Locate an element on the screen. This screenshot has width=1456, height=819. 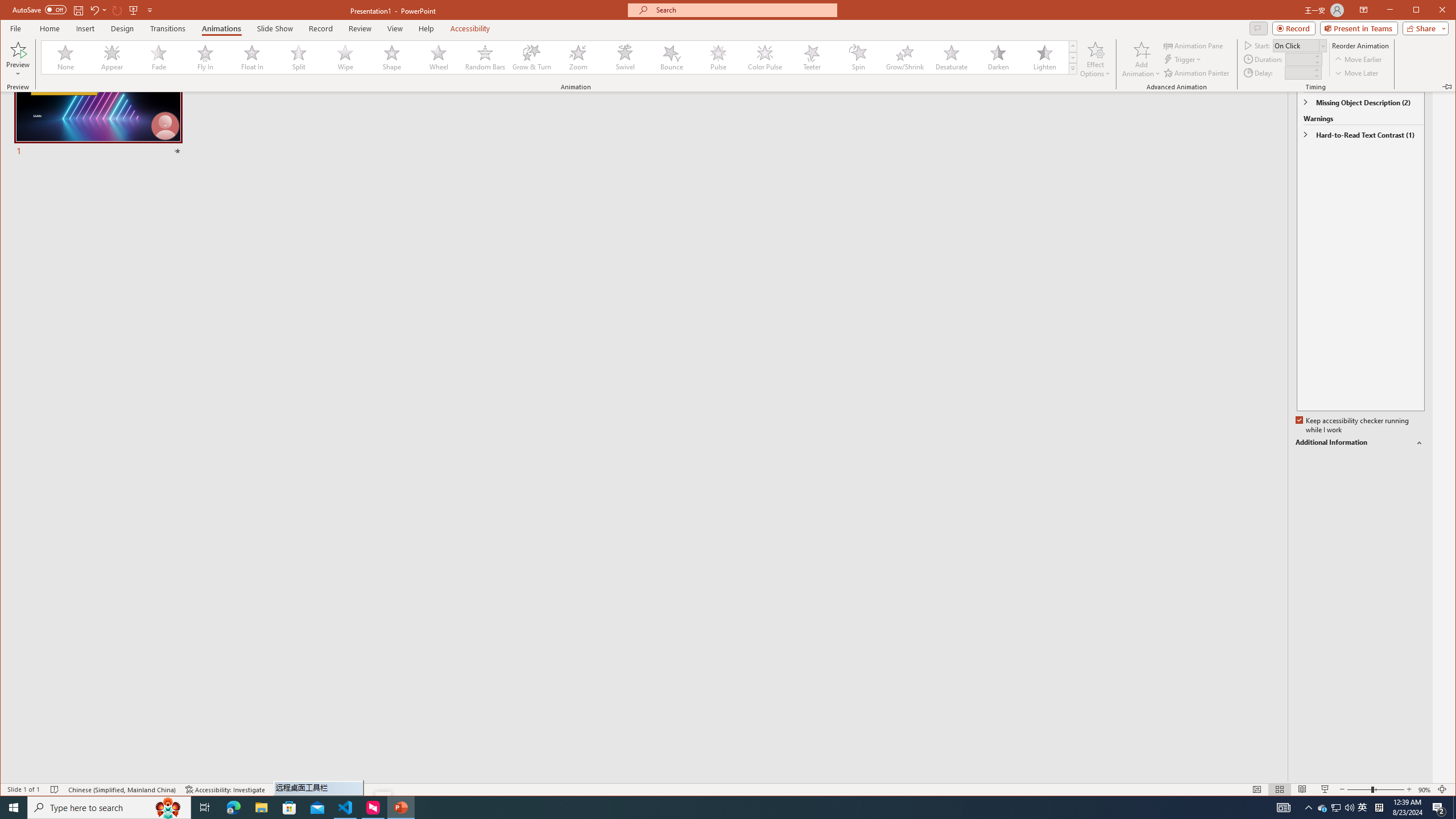
'Reading View' is located at coordinates (1301, 789).